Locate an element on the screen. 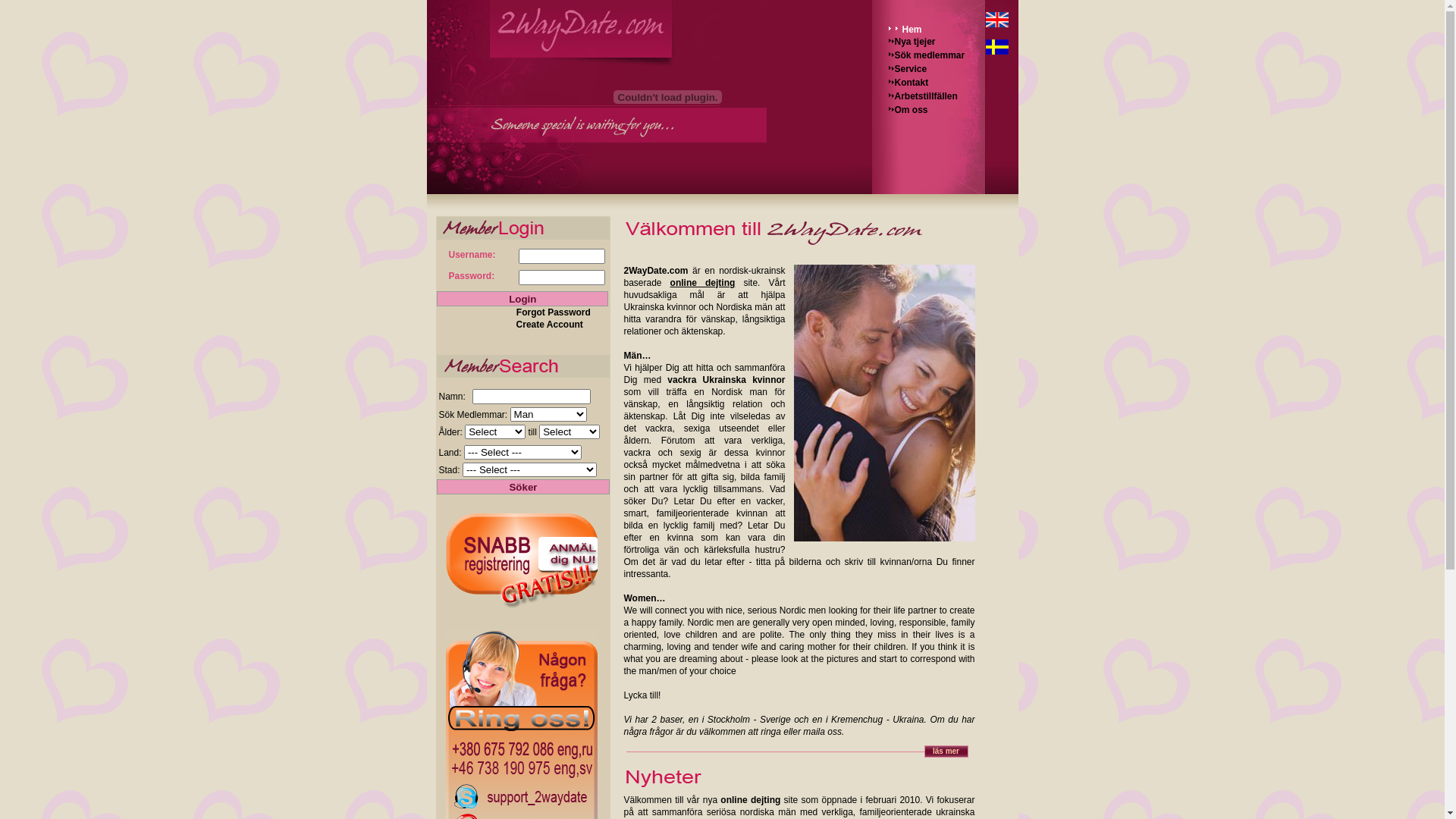 This screenshot has height=819, width=1456. 'Create Account          ' is located at coordinates (562, 324).